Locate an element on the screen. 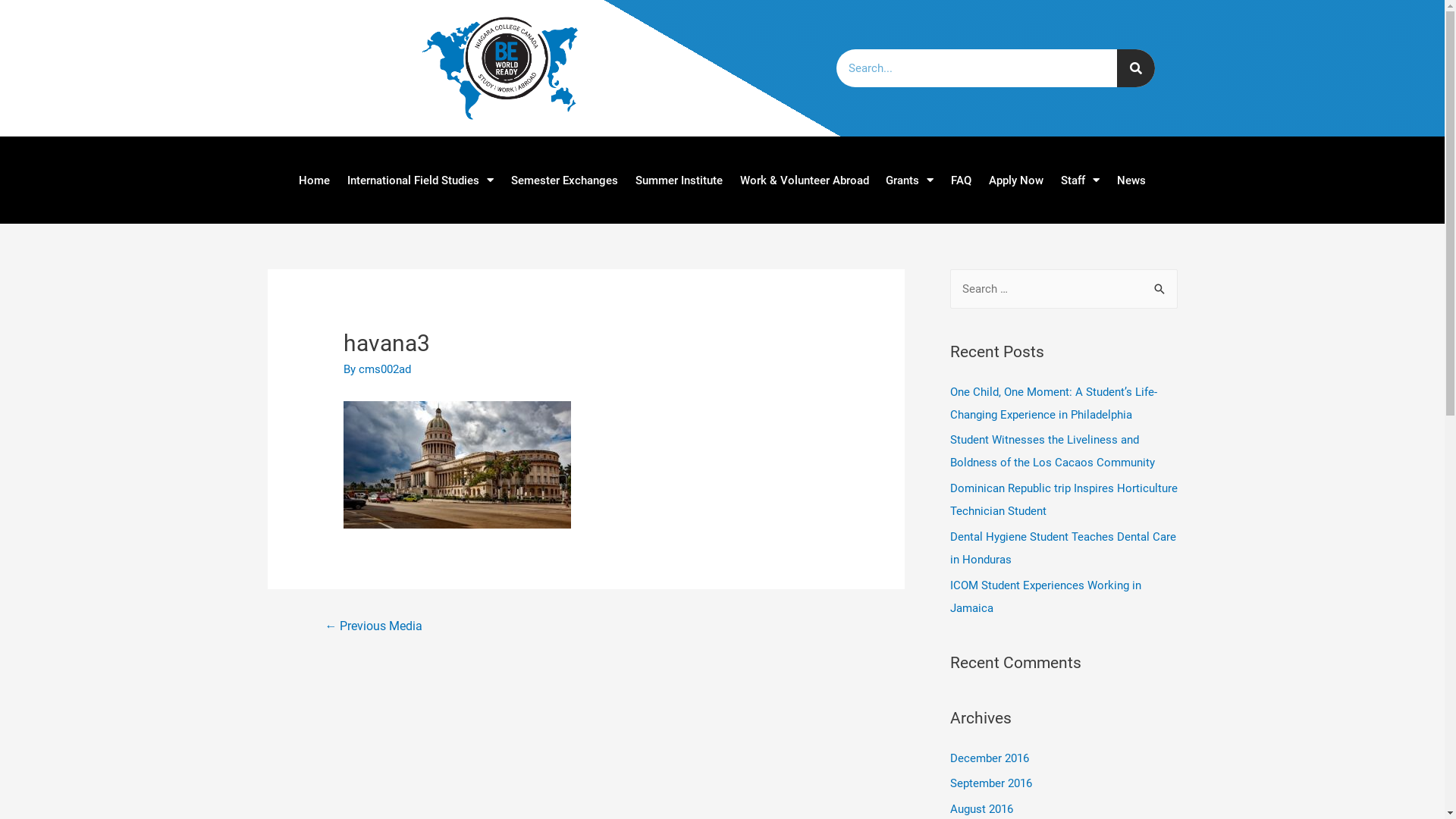 The height and width of the screenshot is (819, 1456). 'December 2016' is located at coordinates (989, 758).